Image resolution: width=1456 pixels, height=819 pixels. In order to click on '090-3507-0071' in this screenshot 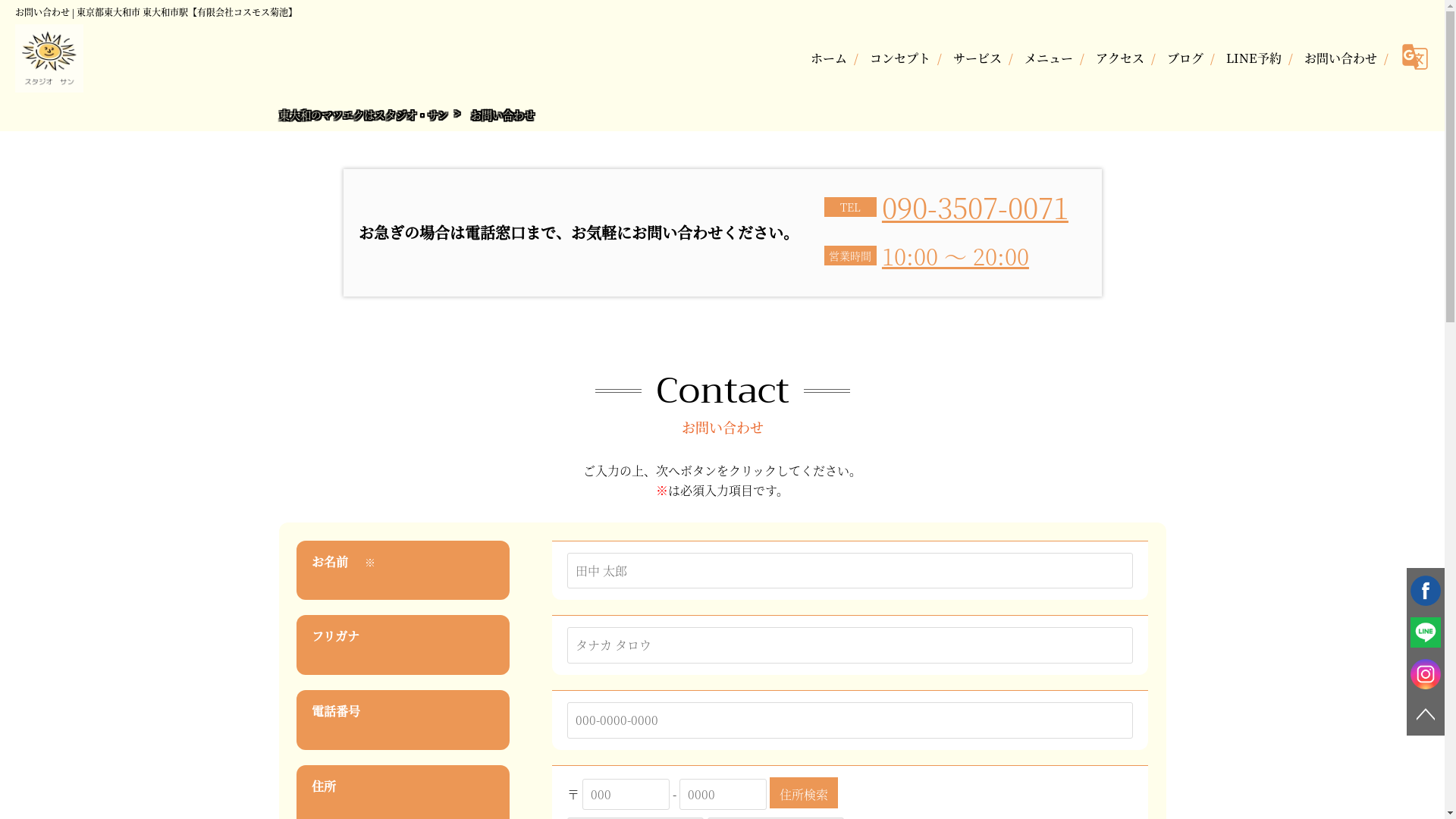, I will do `click(881, 206)`.